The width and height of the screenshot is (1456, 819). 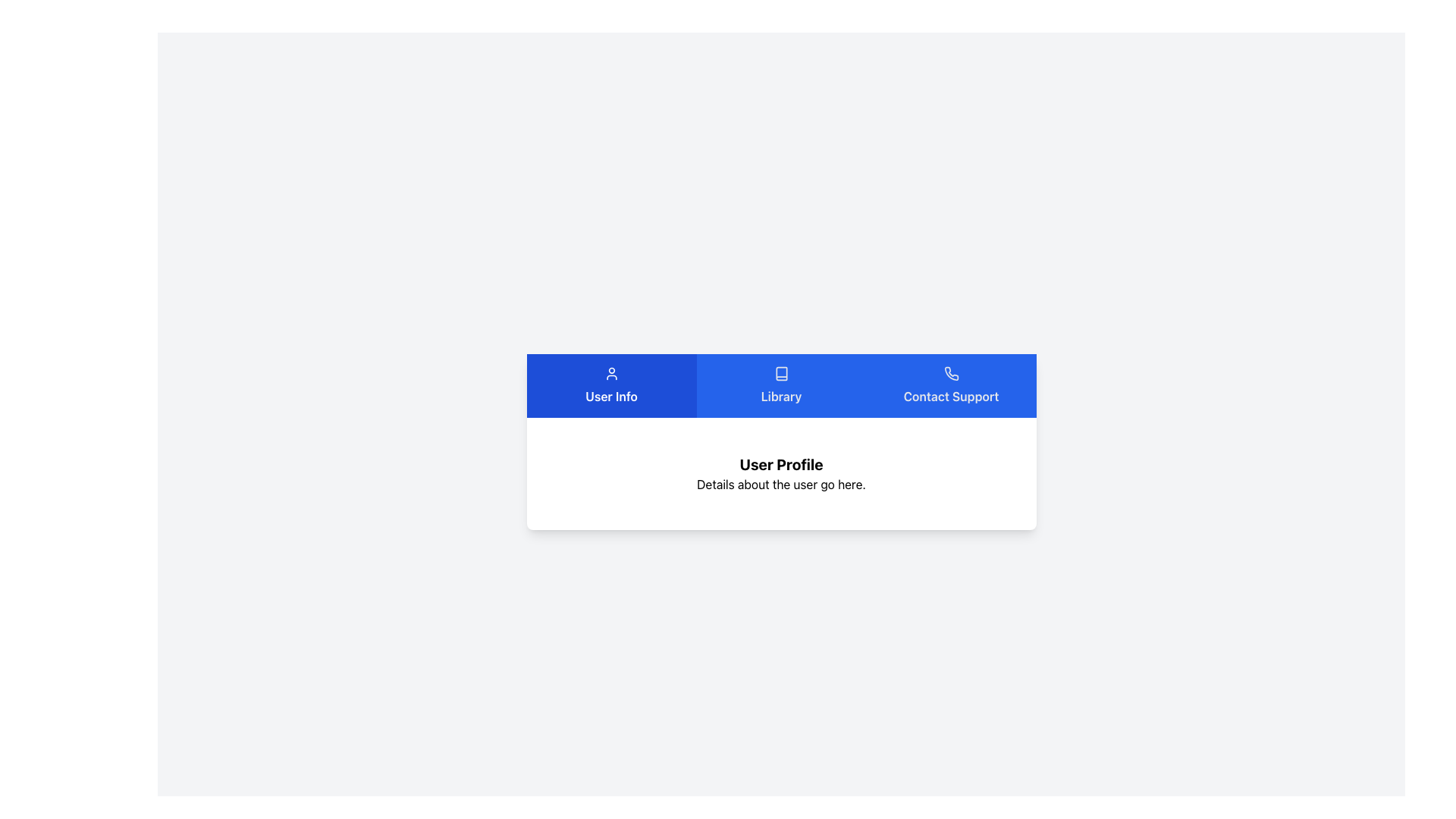 I want to click on the 'Library' button on the blue navigation bar, so click(x=781, y=385).